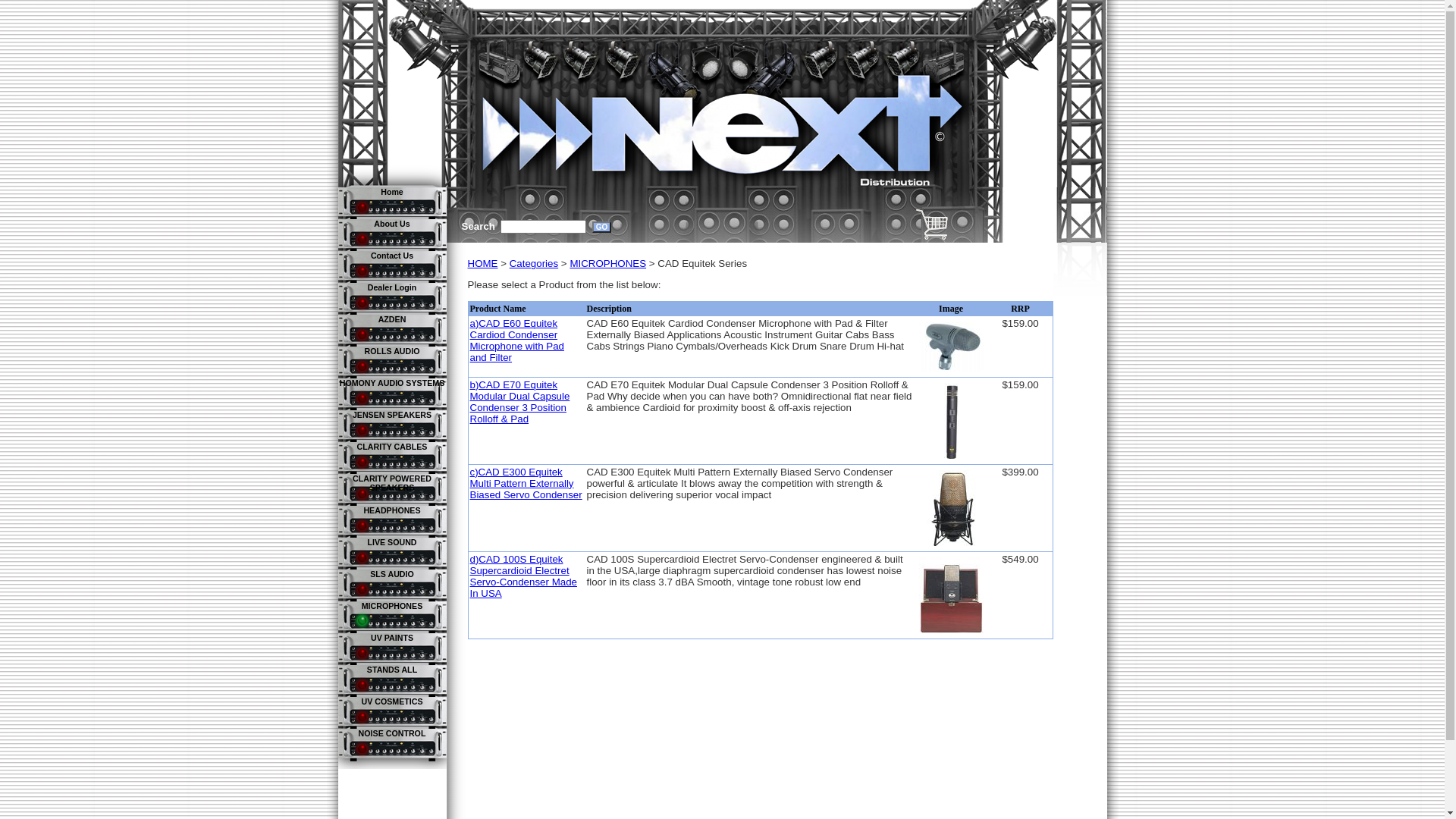 This screenshot has width=1456, height=819. I want to click on 'MICROPHONES', so click(392, 604).